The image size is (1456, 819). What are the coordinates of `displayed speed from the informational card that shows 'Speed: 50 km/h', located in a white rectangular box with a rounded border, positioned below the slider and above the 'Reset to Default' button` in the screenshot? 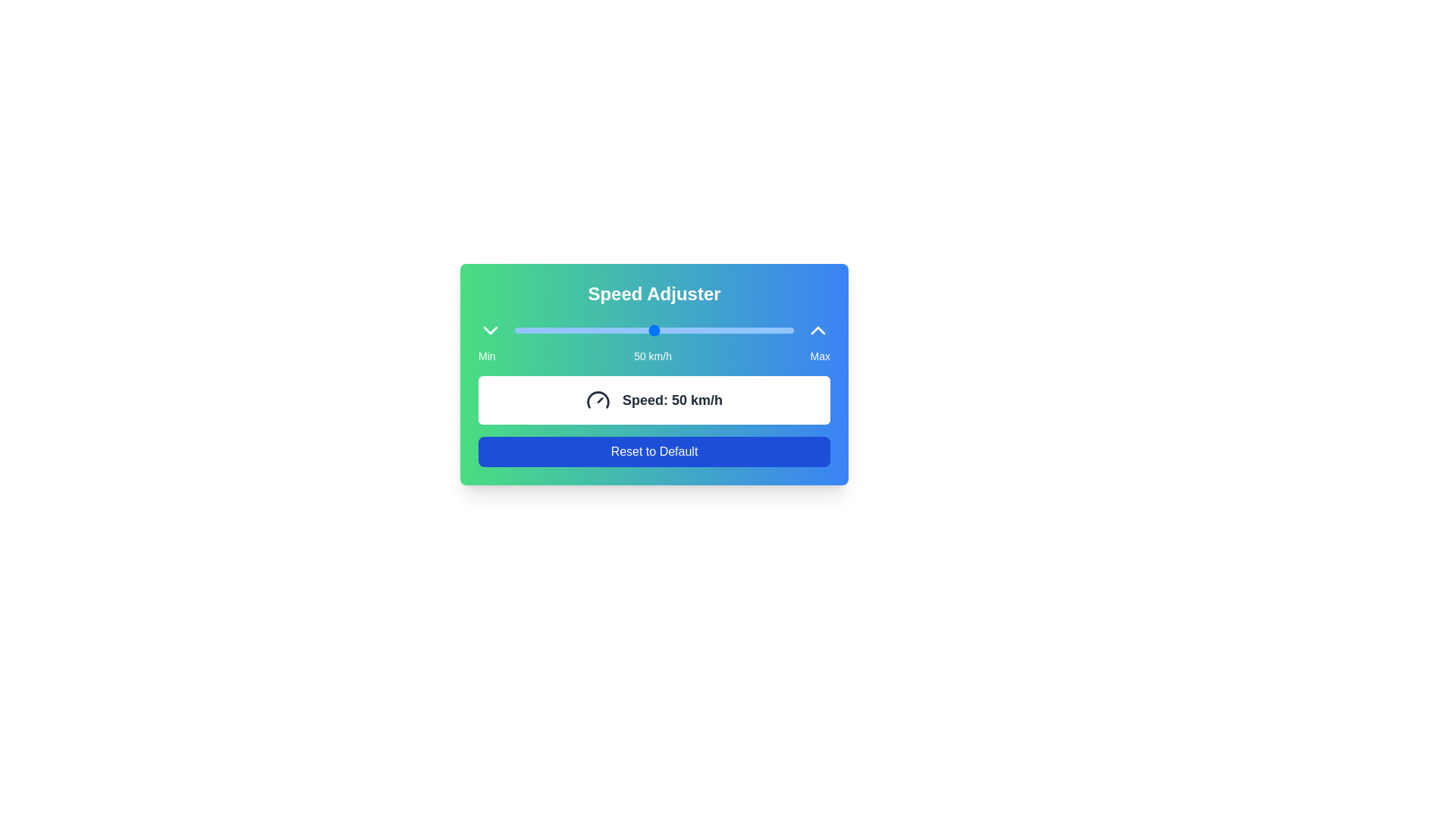 It's located at (654, 400).